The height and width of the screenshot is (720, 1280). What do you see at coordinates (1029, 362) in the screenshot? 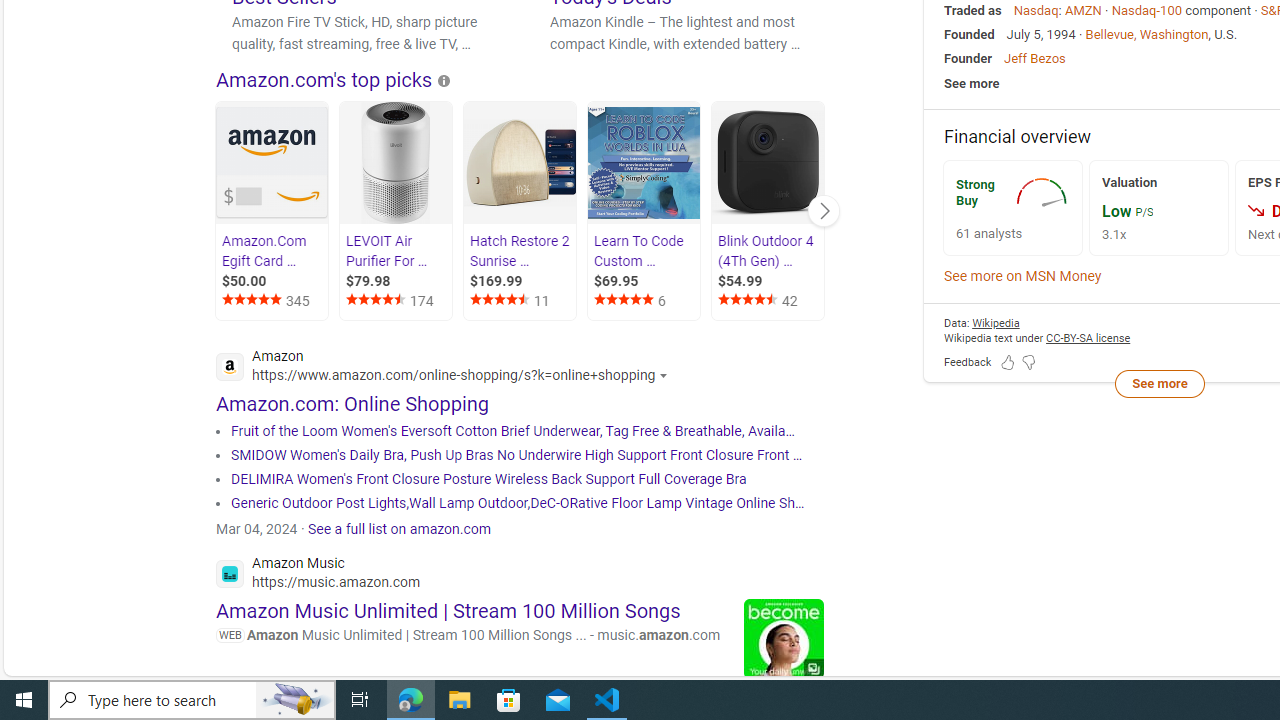
I see `'Feedback Dislike'` at bounding box center [1029, 362].